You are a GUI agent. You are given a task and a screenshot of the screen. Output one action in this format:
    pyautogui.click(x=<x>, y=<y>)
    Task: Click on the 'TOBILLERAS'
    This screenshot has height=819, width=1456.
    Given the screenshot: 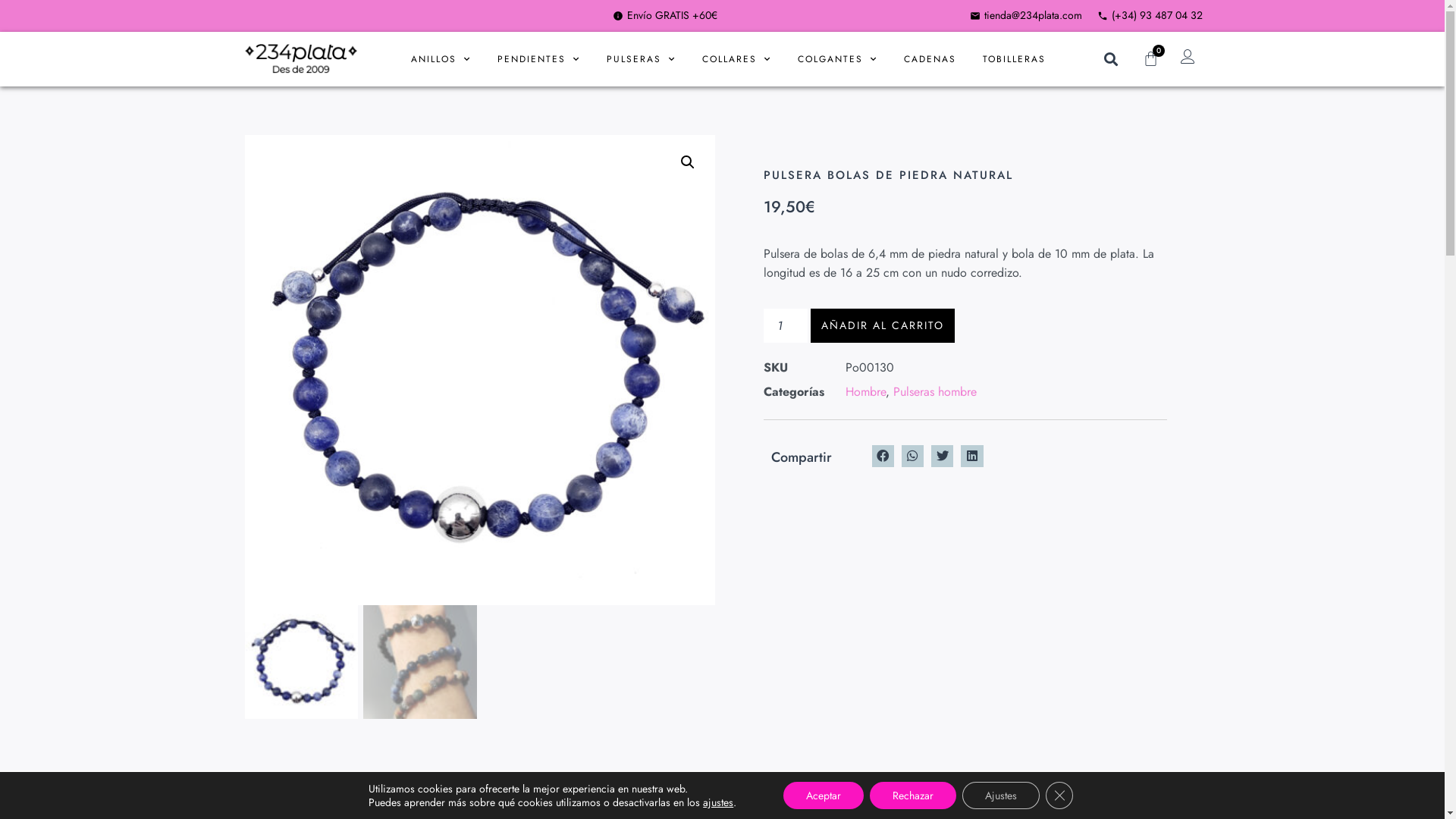 What is the action you would take?
    pyautogui.click(x=1014, y=58)
    